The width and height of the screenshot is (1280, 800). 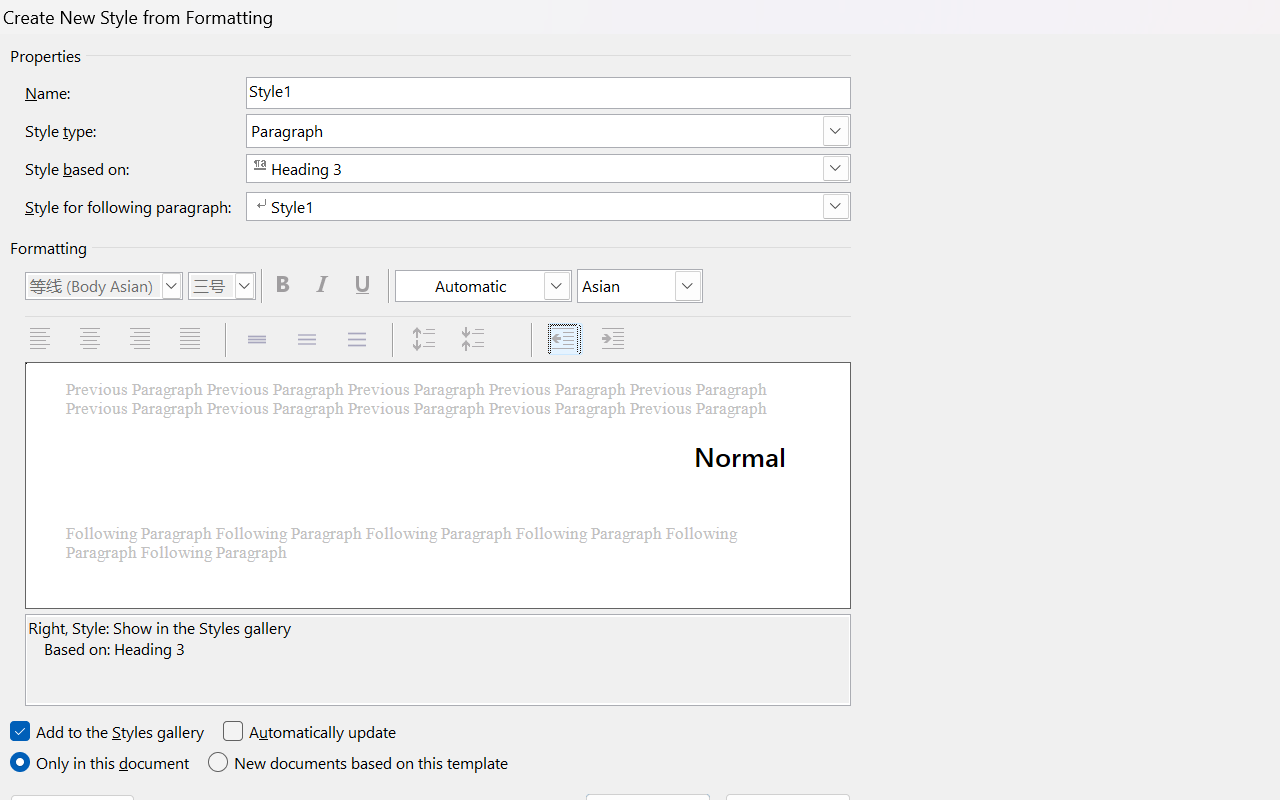 I want to click on 'Bold', so click(x=284, y=285).